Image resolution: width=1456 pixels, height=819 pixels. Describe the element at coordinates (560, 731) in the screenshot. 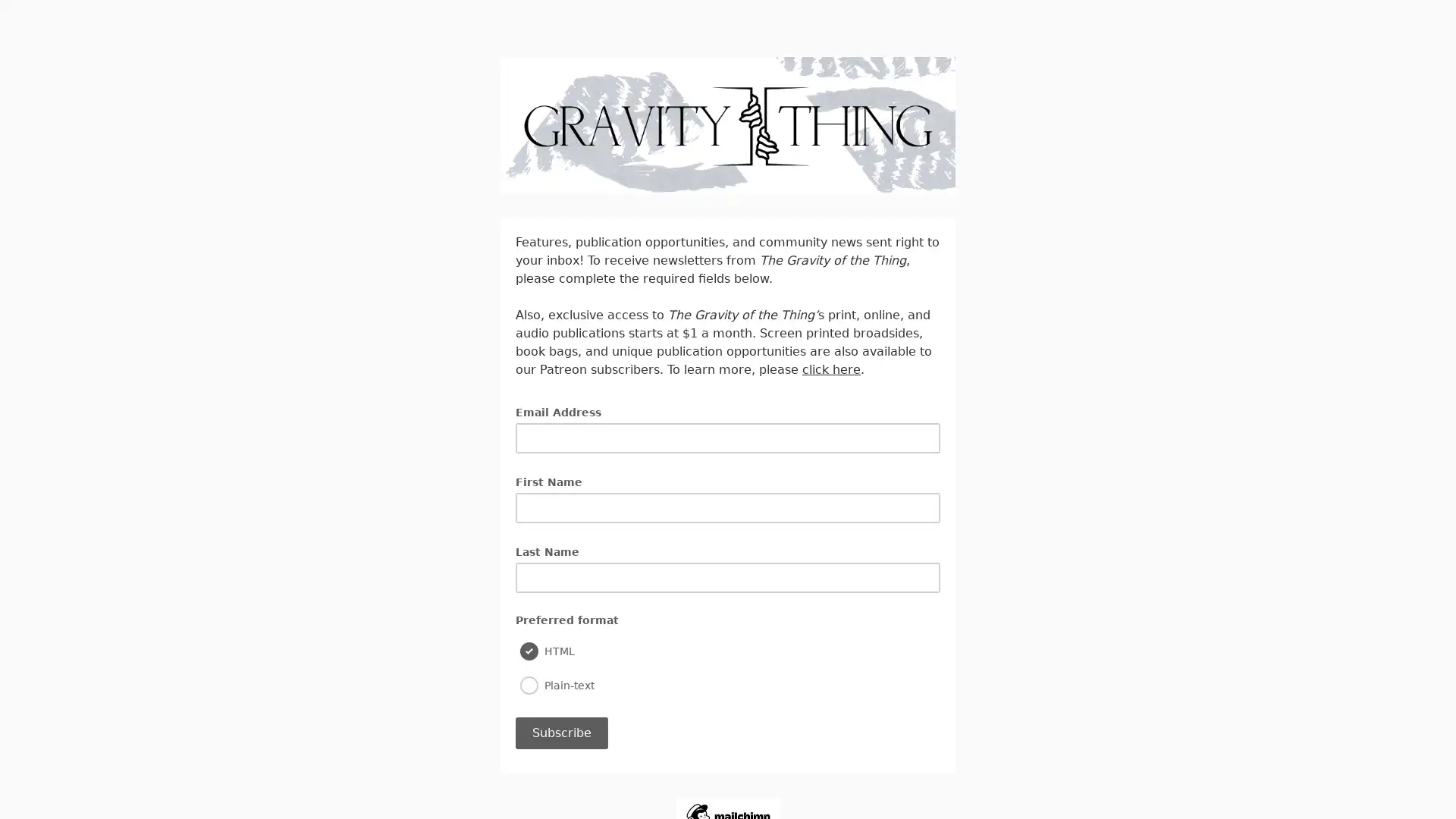

I see `Subscribe` at that location.